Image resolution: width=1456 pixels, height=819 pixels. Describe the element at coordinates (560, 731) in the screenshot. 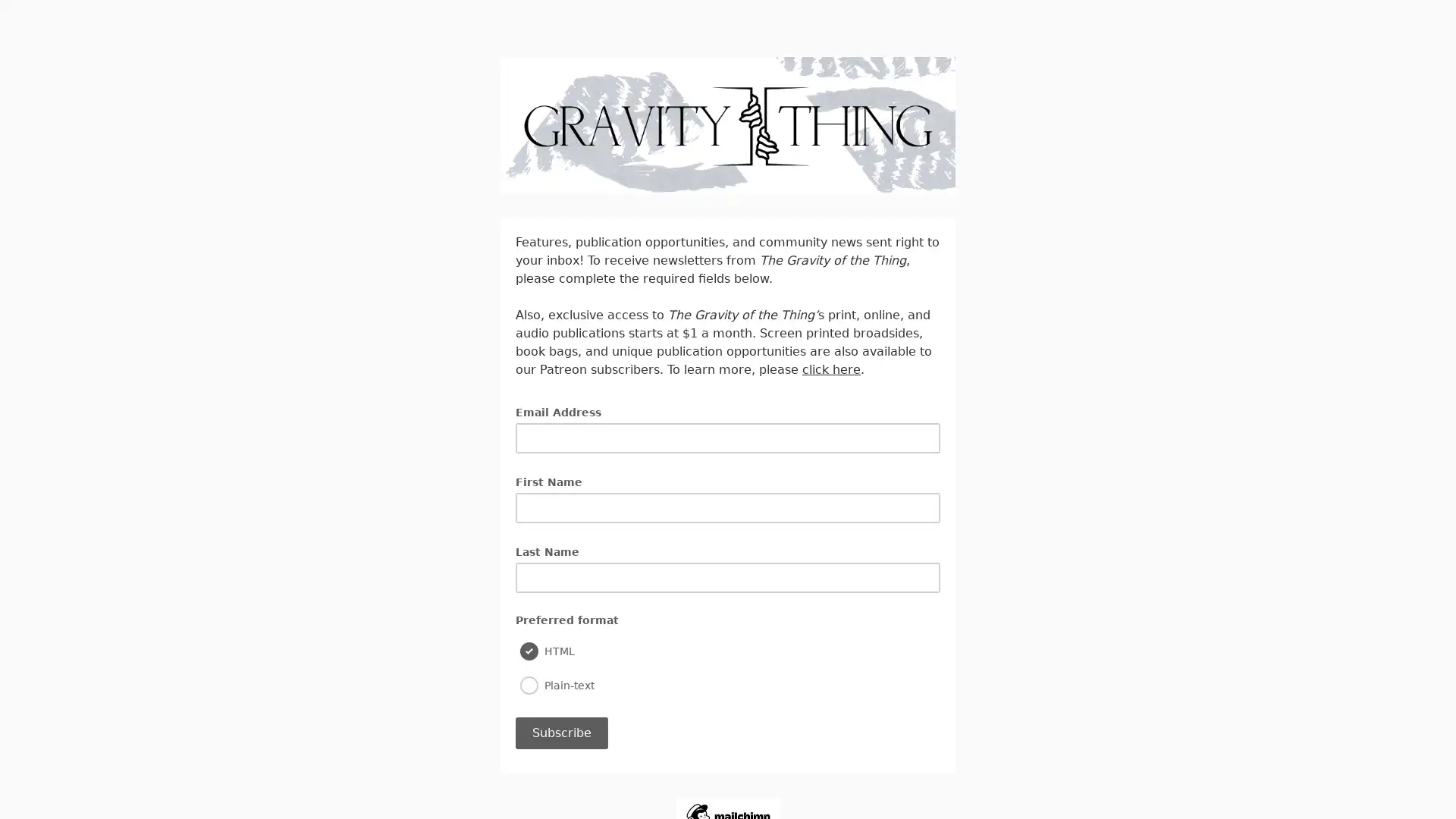

I see `Subscribe` at that location.